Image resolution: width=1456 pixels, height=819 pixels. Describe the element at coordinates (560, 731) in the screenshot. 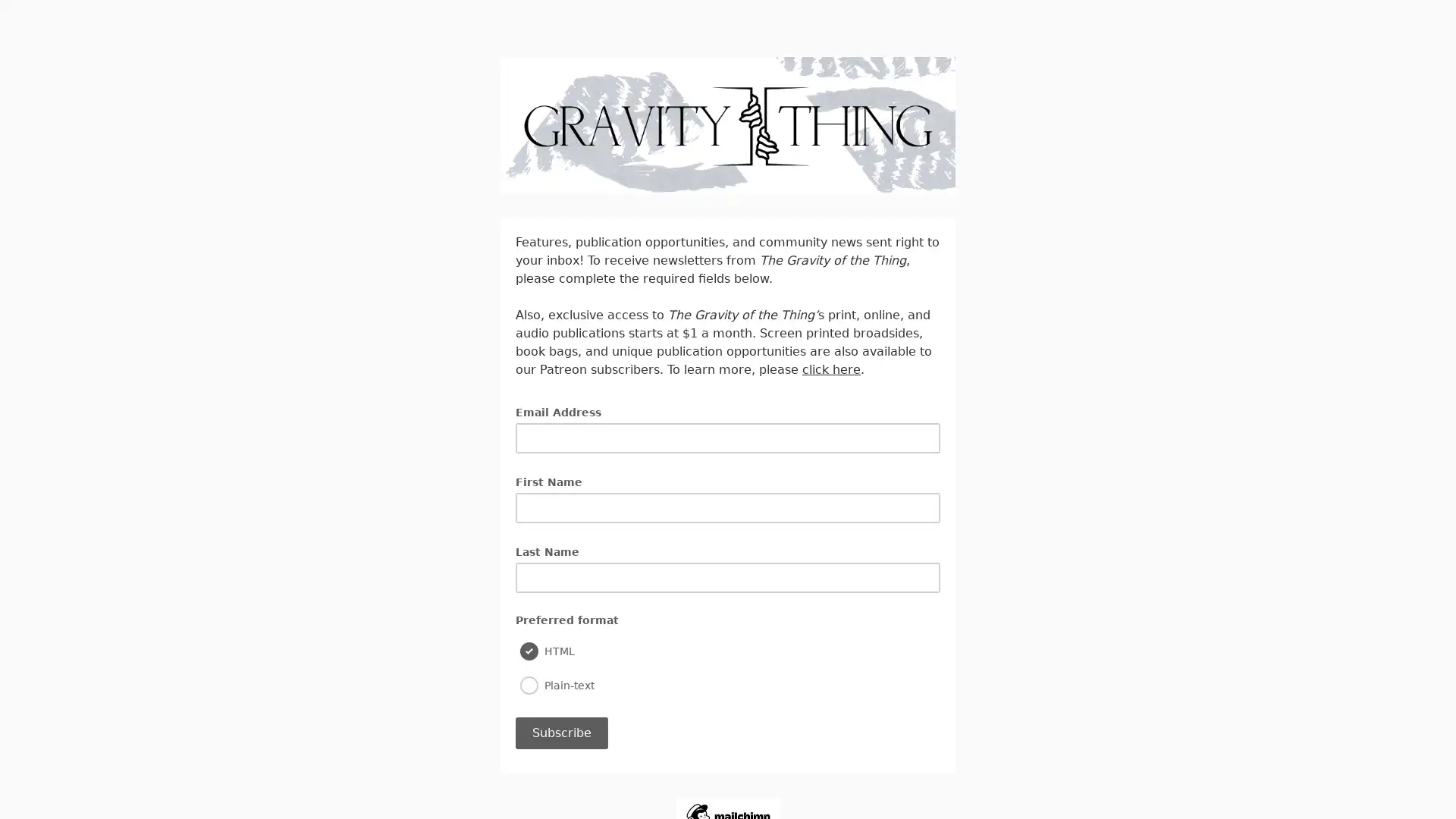

I see `Subscribe` at that location.